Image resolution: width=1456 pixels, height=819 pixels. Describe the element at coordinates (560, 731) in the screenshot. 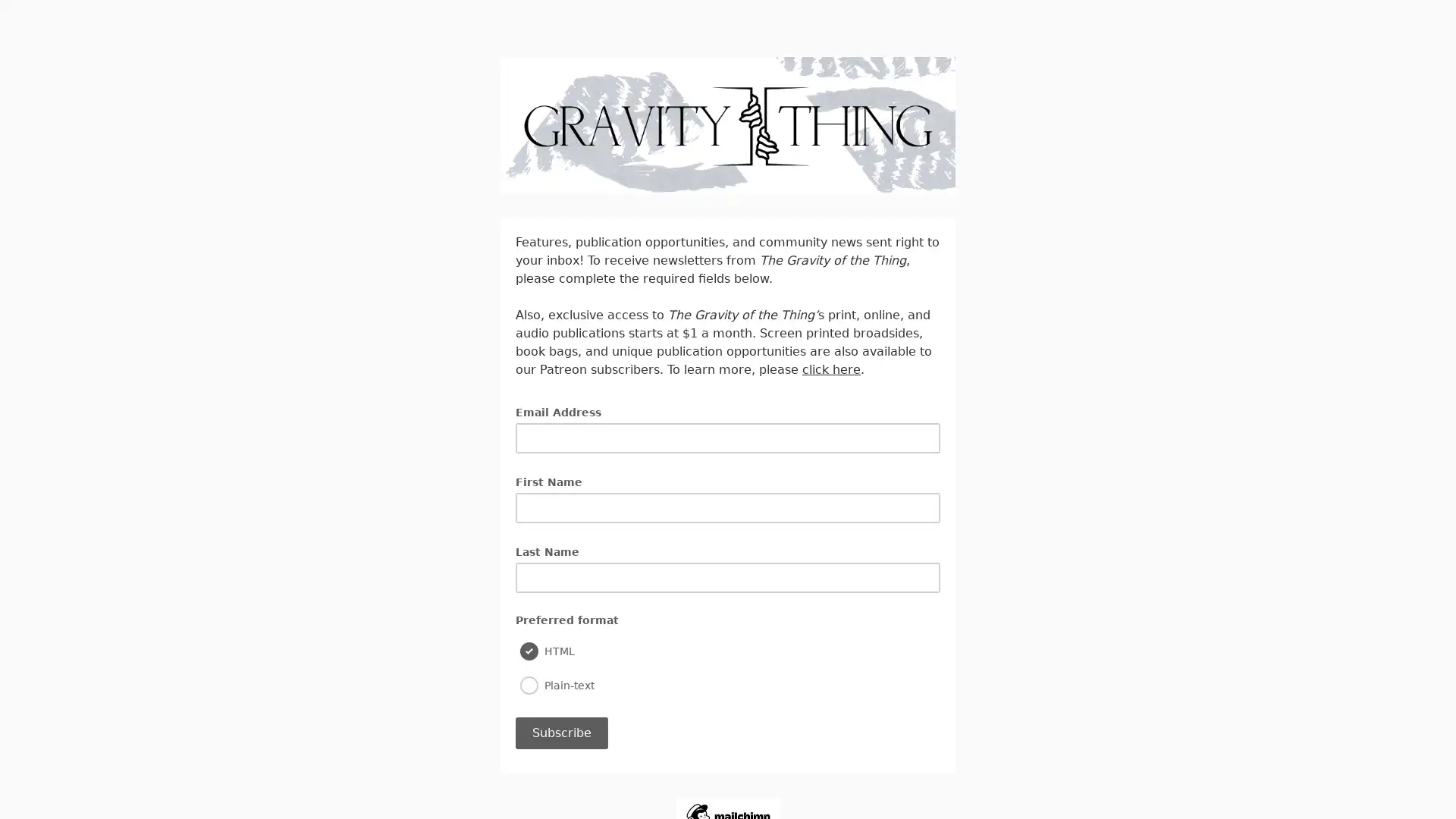

I see `Subscribe` at that location.